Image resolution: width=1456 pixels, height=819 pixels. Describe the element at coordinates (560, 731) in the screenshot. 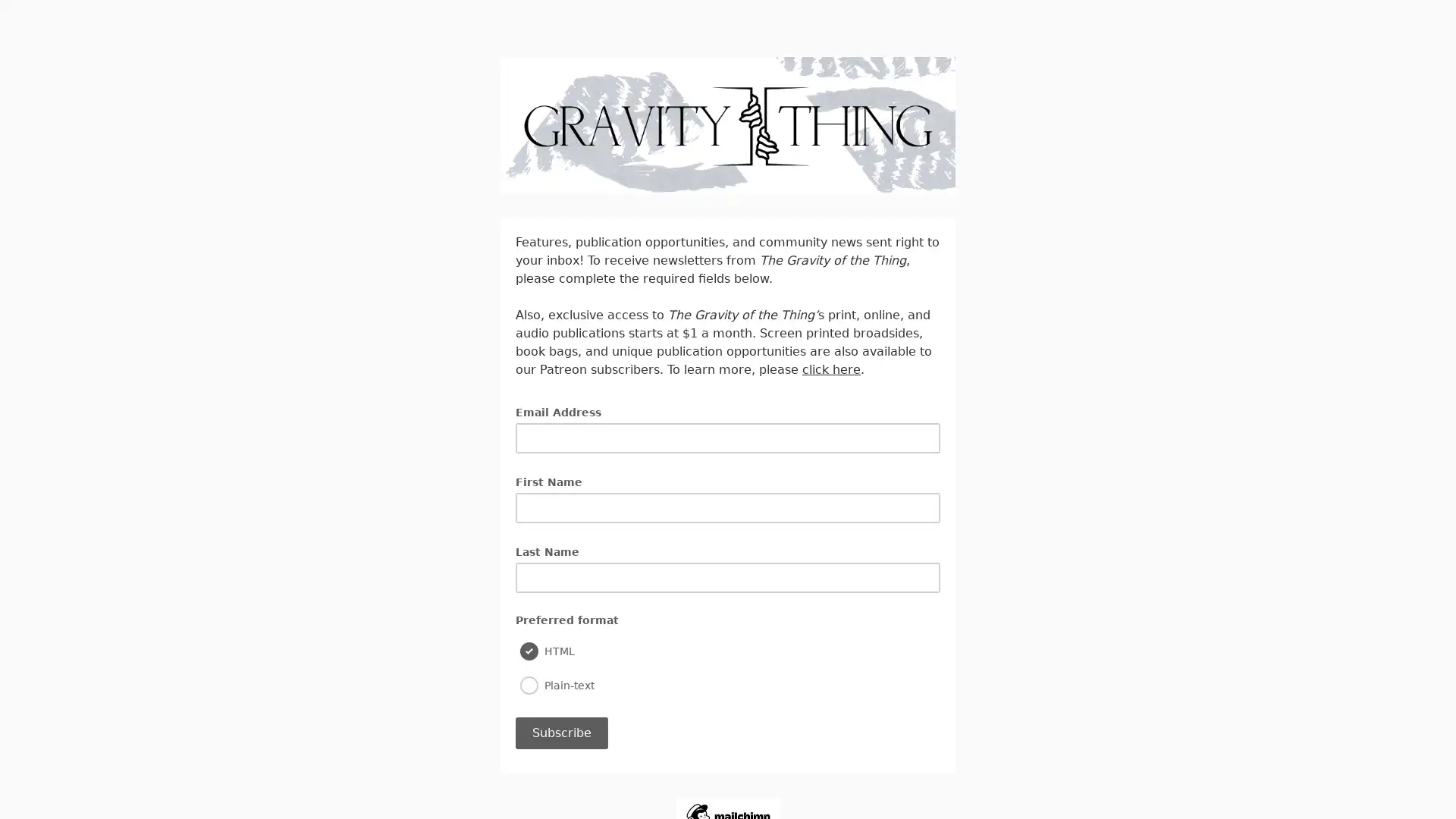

I see `Subscribe` at that location.